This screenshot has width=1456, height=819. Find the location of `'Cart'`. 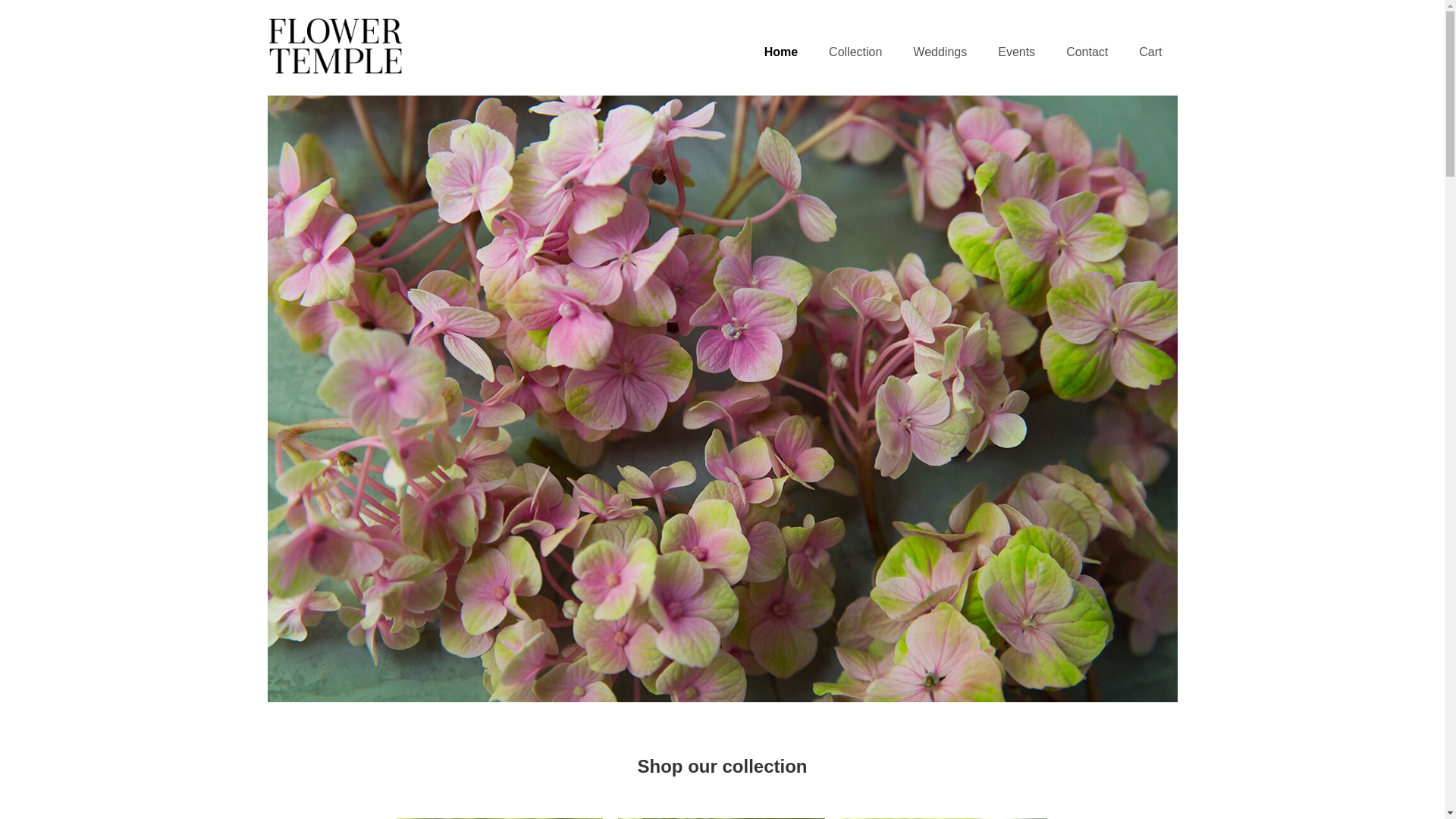

'Cart' is located at coordinates (1124, 52).